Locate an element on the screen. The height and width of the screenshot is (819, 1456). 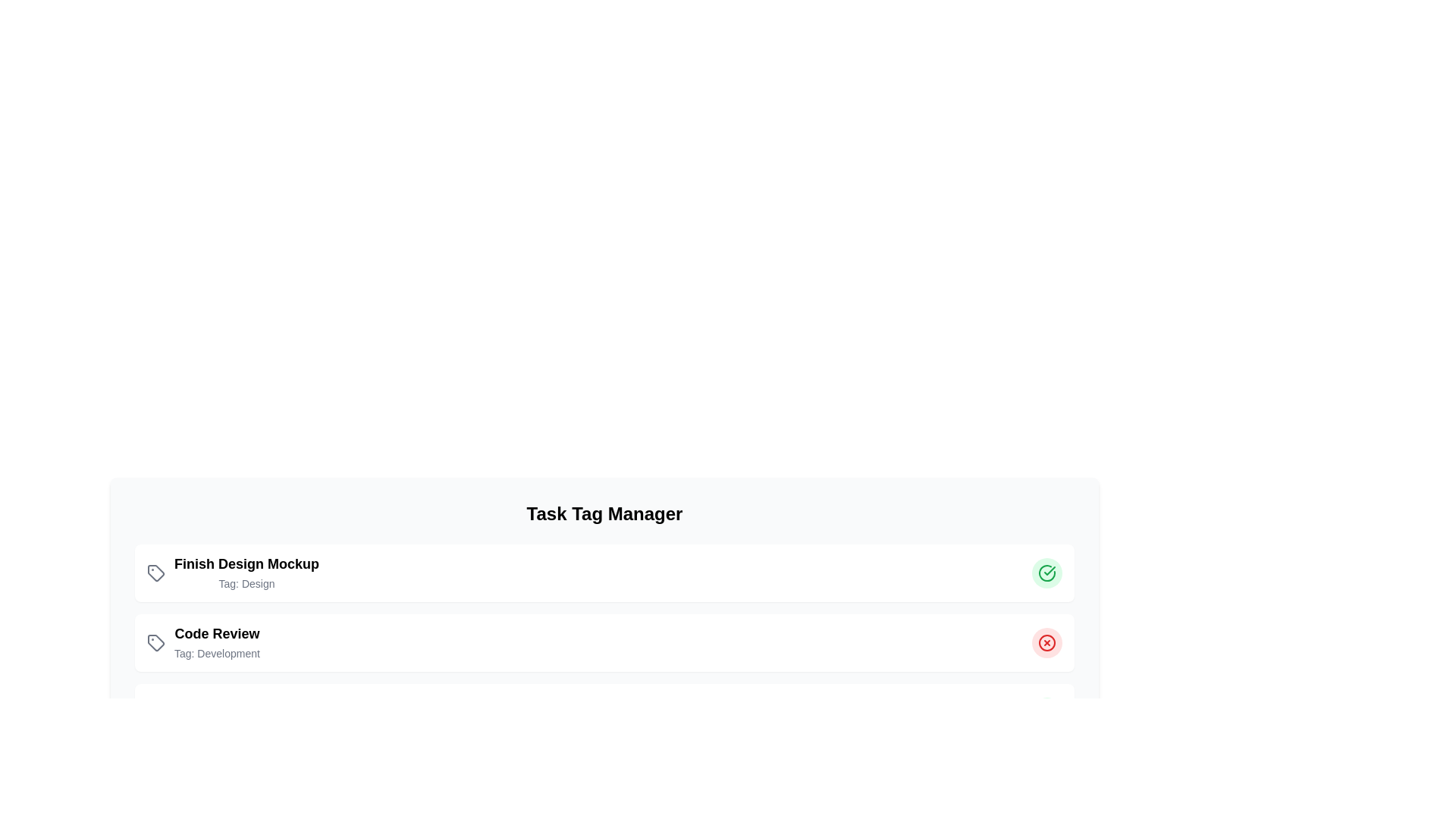
the tag icon located to the left of the 'Finish Design Mockup' text in the 'Task Tag Manager' section, which is represented by a gray label-like shape with a circular hole is located at coordinates (156, 573).